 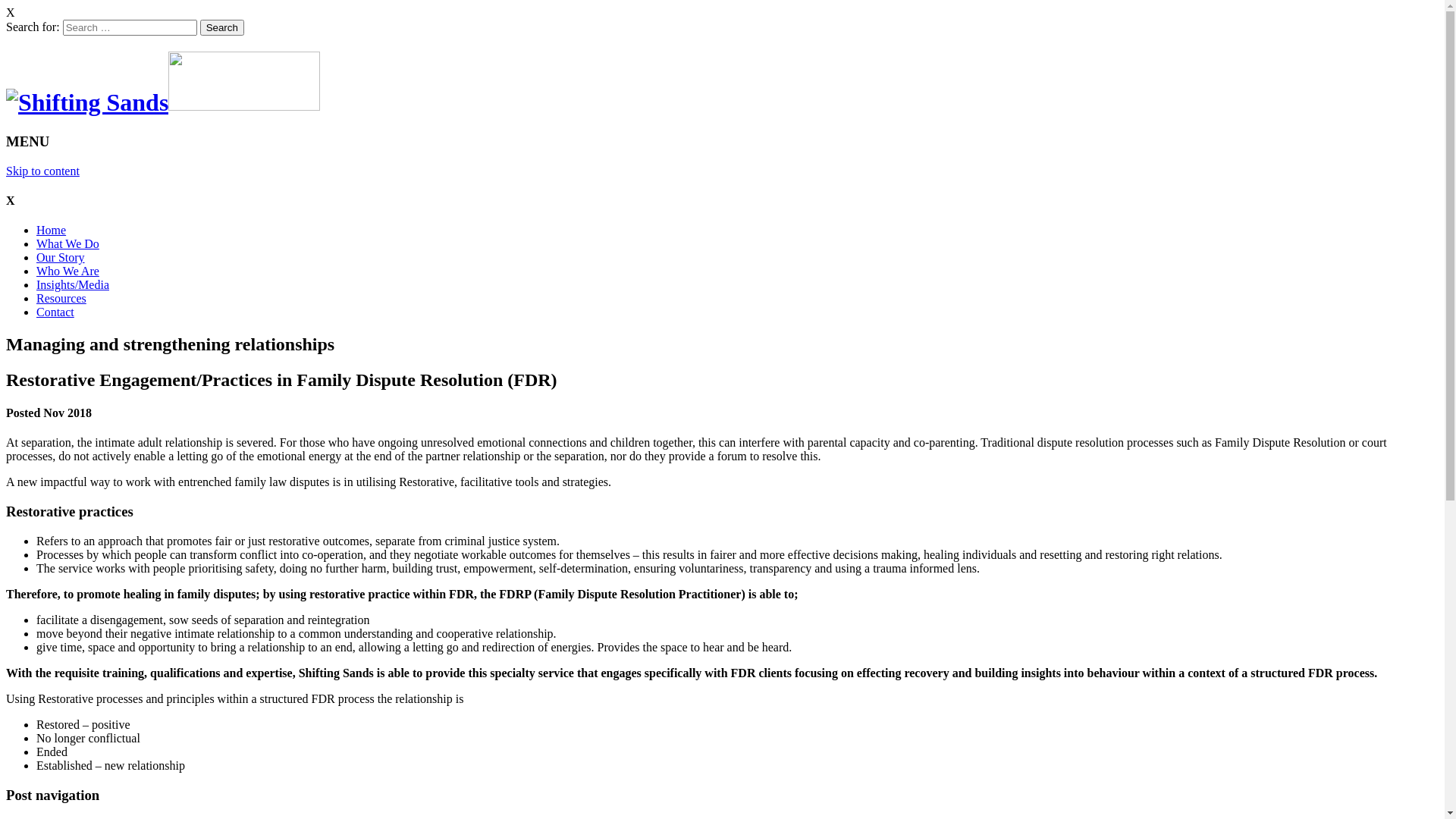 I want to click on 'Insights/Media', so click(x=36, y=284).